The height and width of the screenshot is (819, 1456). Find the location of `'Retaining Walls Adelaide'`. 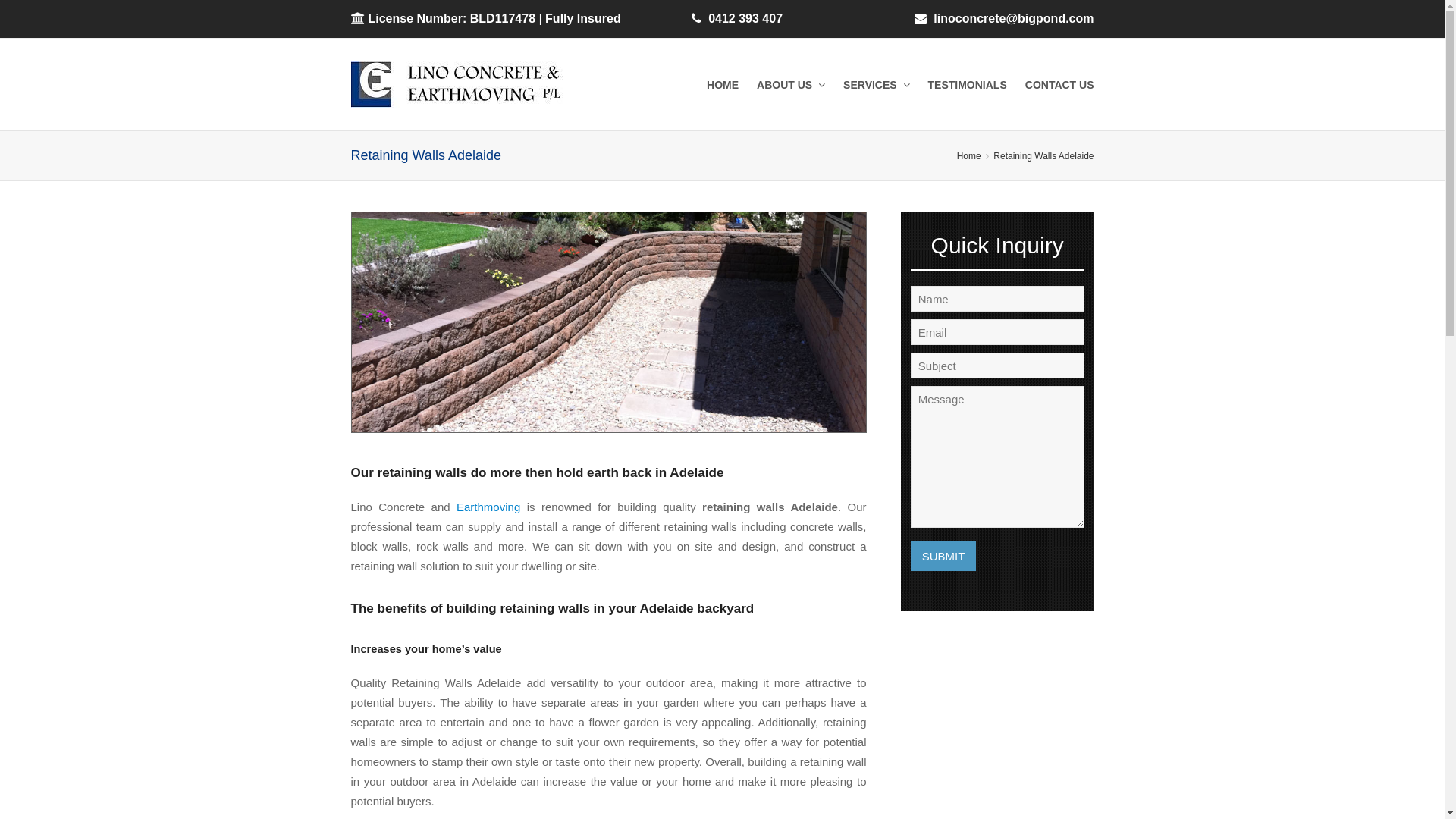

'Retaining Walls Adelaide' is located at coordinates (1043, 155).